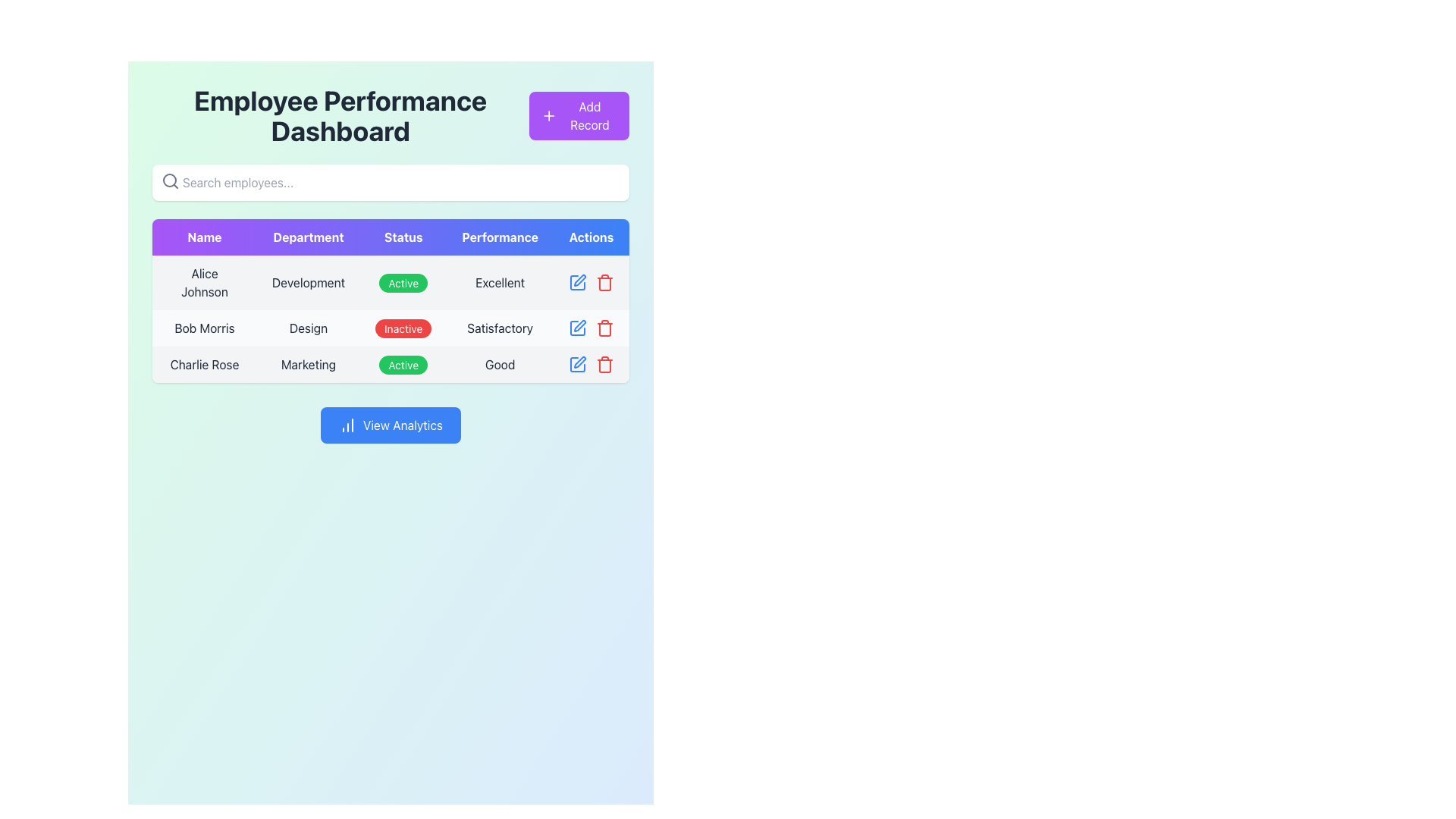 Image resolution: width=1456 pixels, height=819 pixels. Describe the element at coordinates (347, 425) in the screenshot. I see `the bar chart icon located within the blue button labeled 'View Analytics', positioned to the left of the text` at that location.